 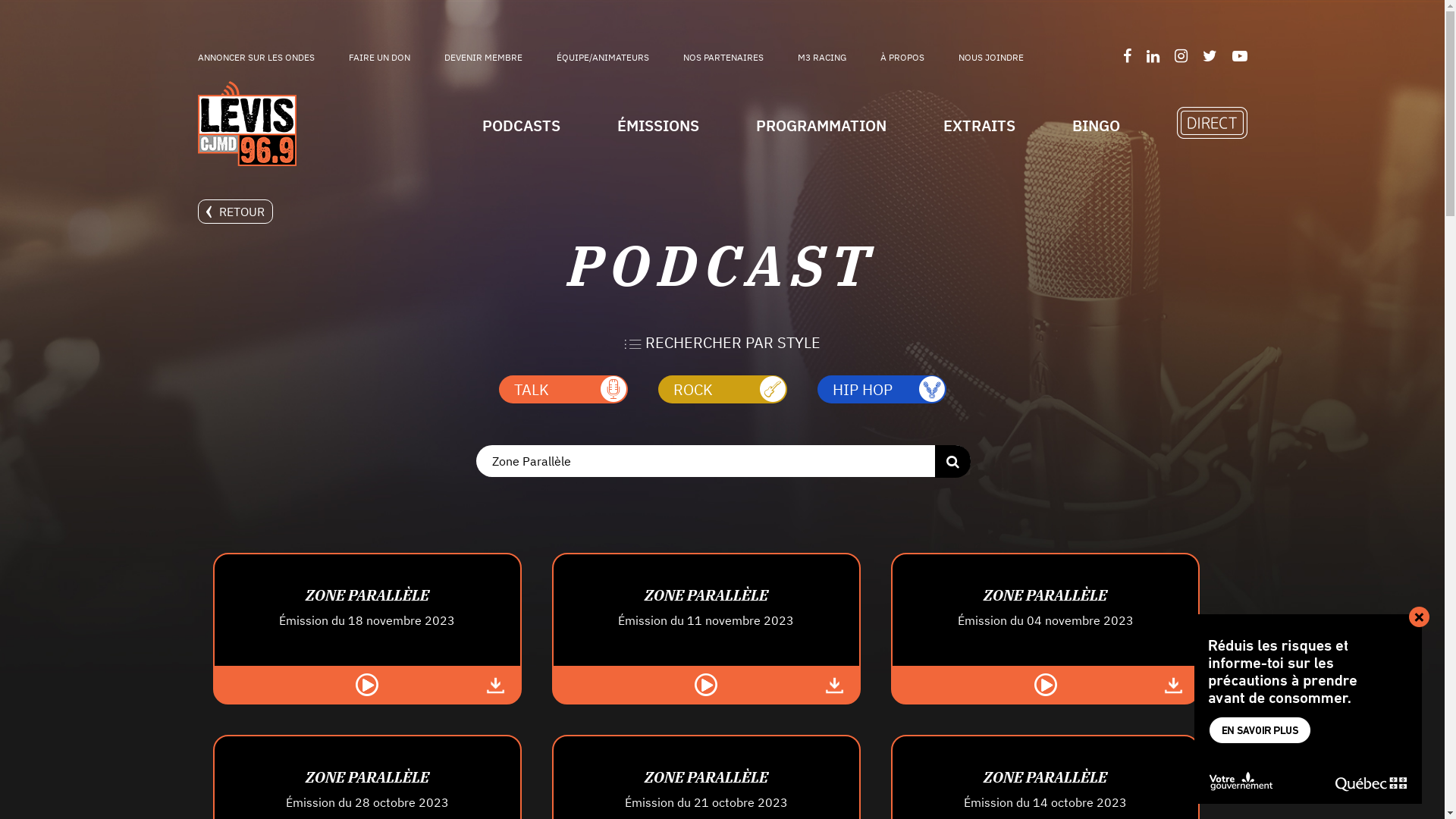 I want to click on 'MSSS - Campagne Surdoses - 1018061', so click(x=1307, y=708).